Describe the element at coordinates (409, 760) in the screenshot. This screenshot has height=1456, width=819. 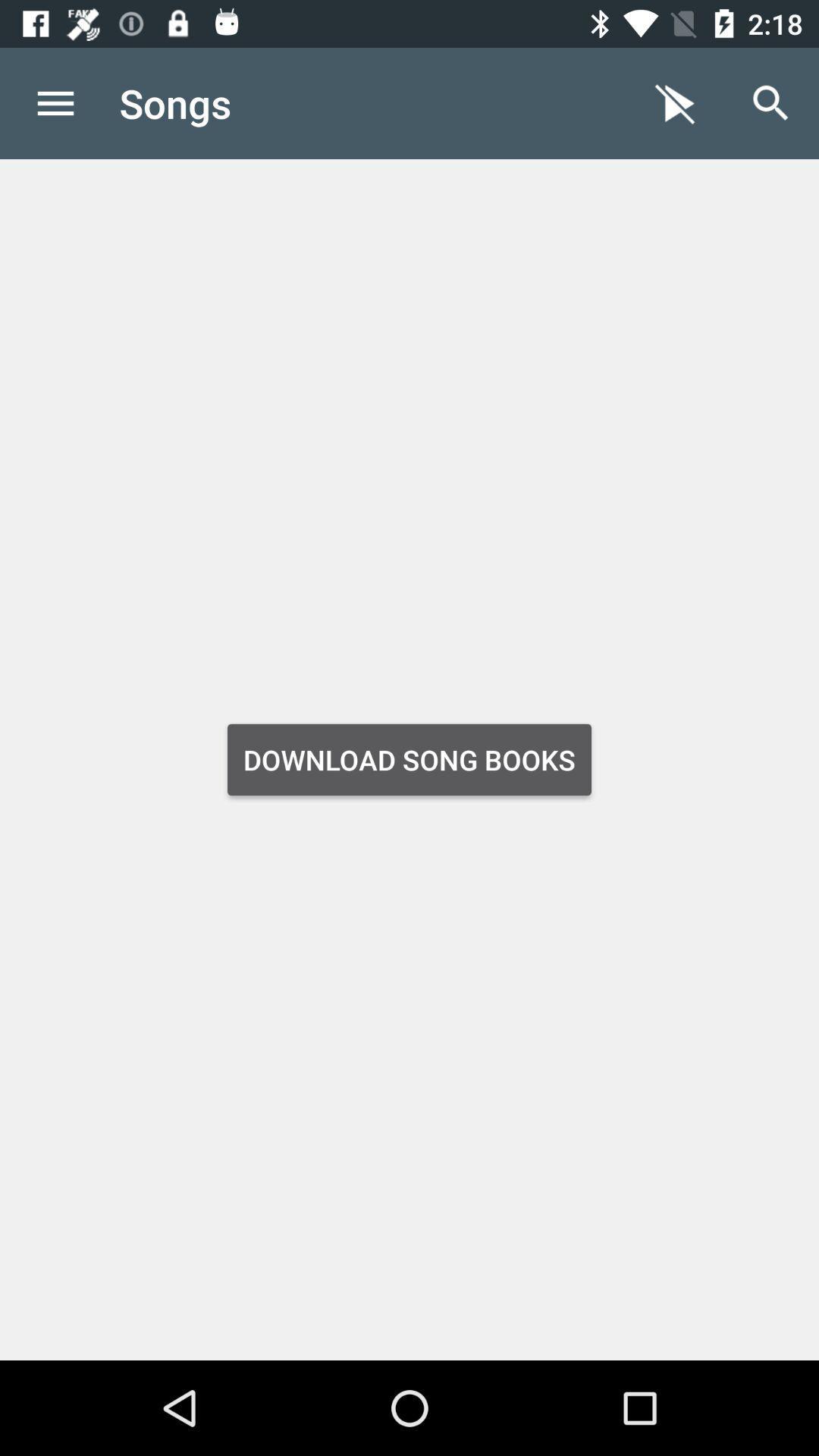
I see `download song books item` at that location.